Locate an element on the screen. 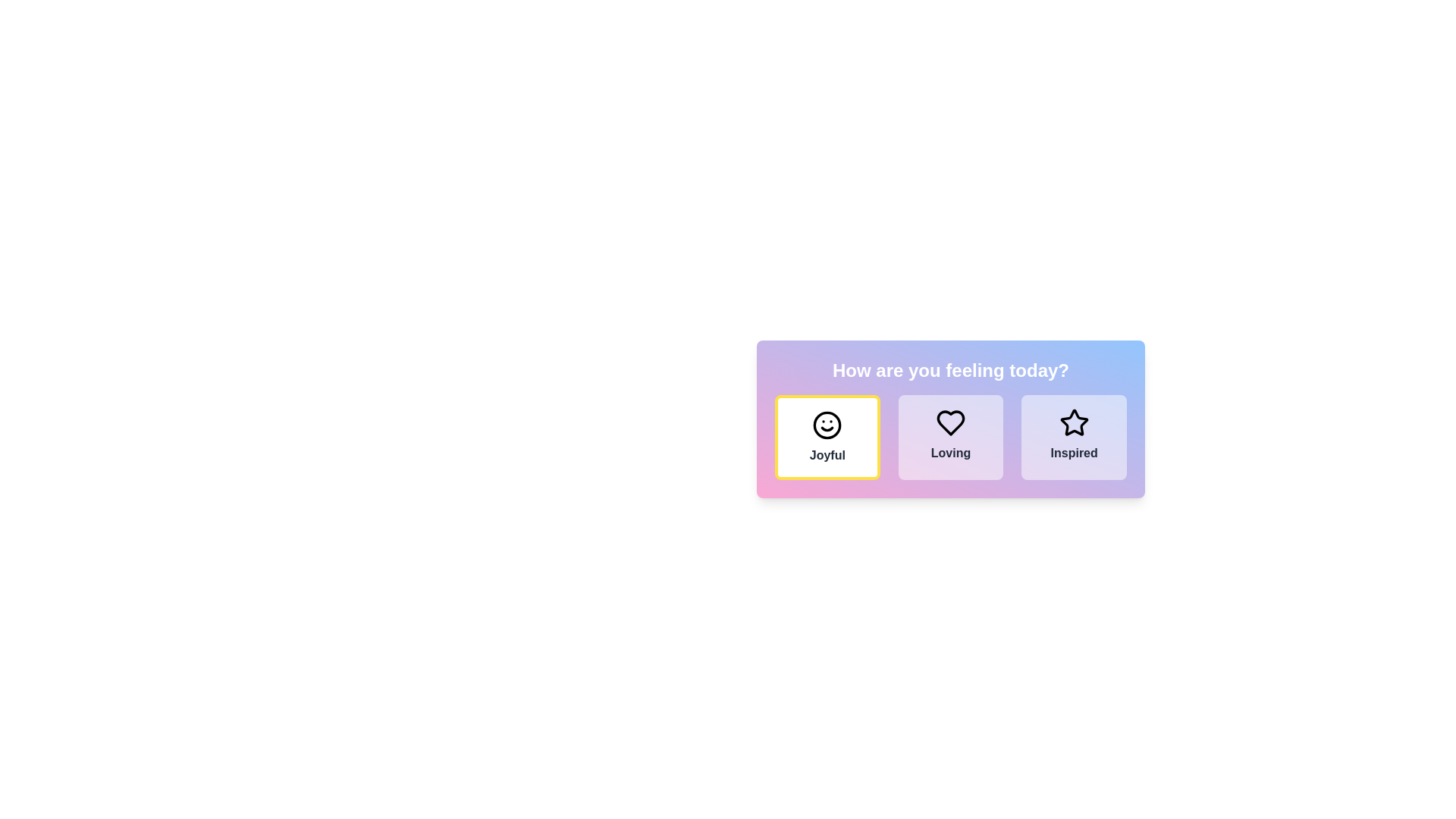 Image resolution: width=1456 pixels, height=819 pixels. the heart icon button with a light purple background is located at coordinates (949, 423).